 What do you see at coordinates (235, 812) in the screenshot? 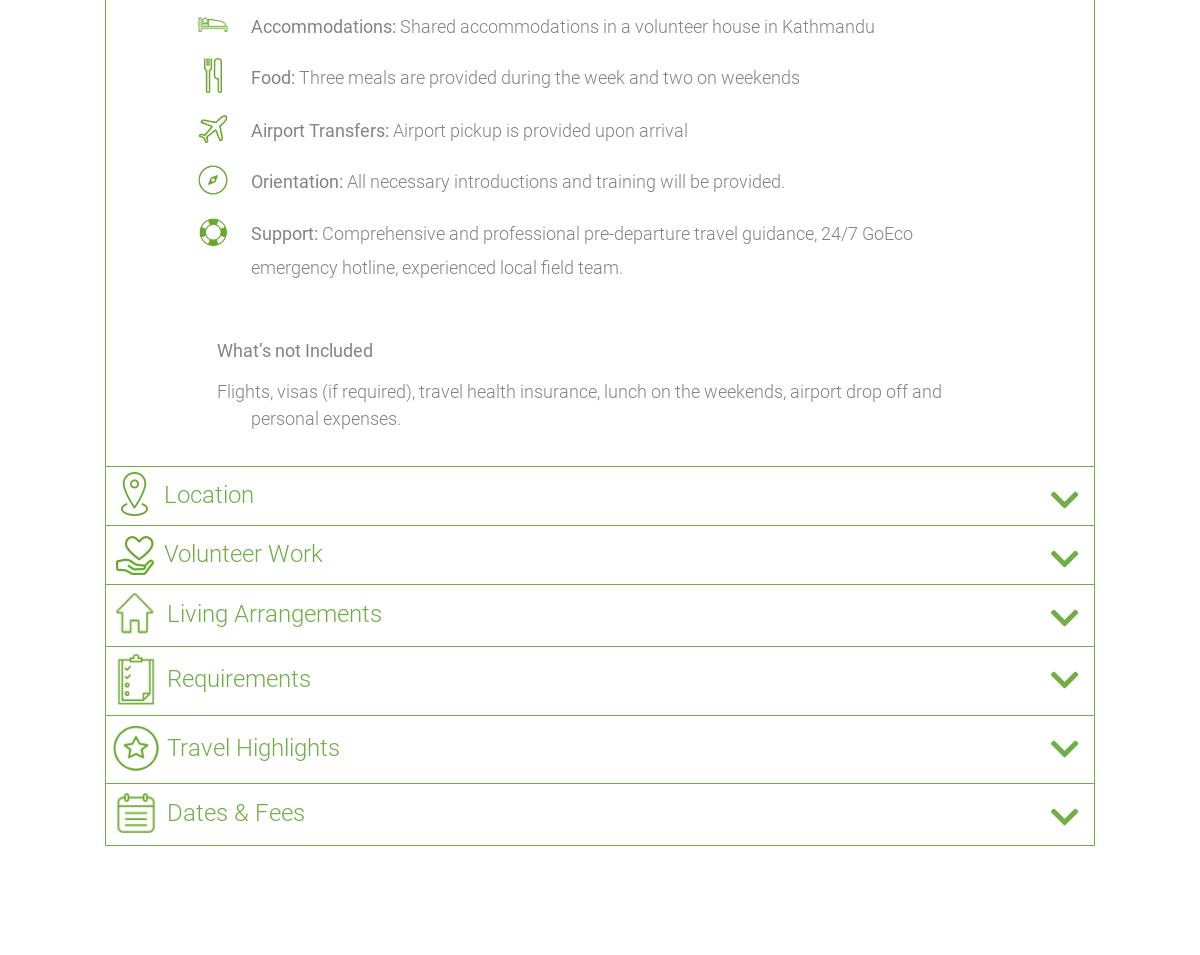
I see `'Dates & Fees'` at bounding box center [235, 812].